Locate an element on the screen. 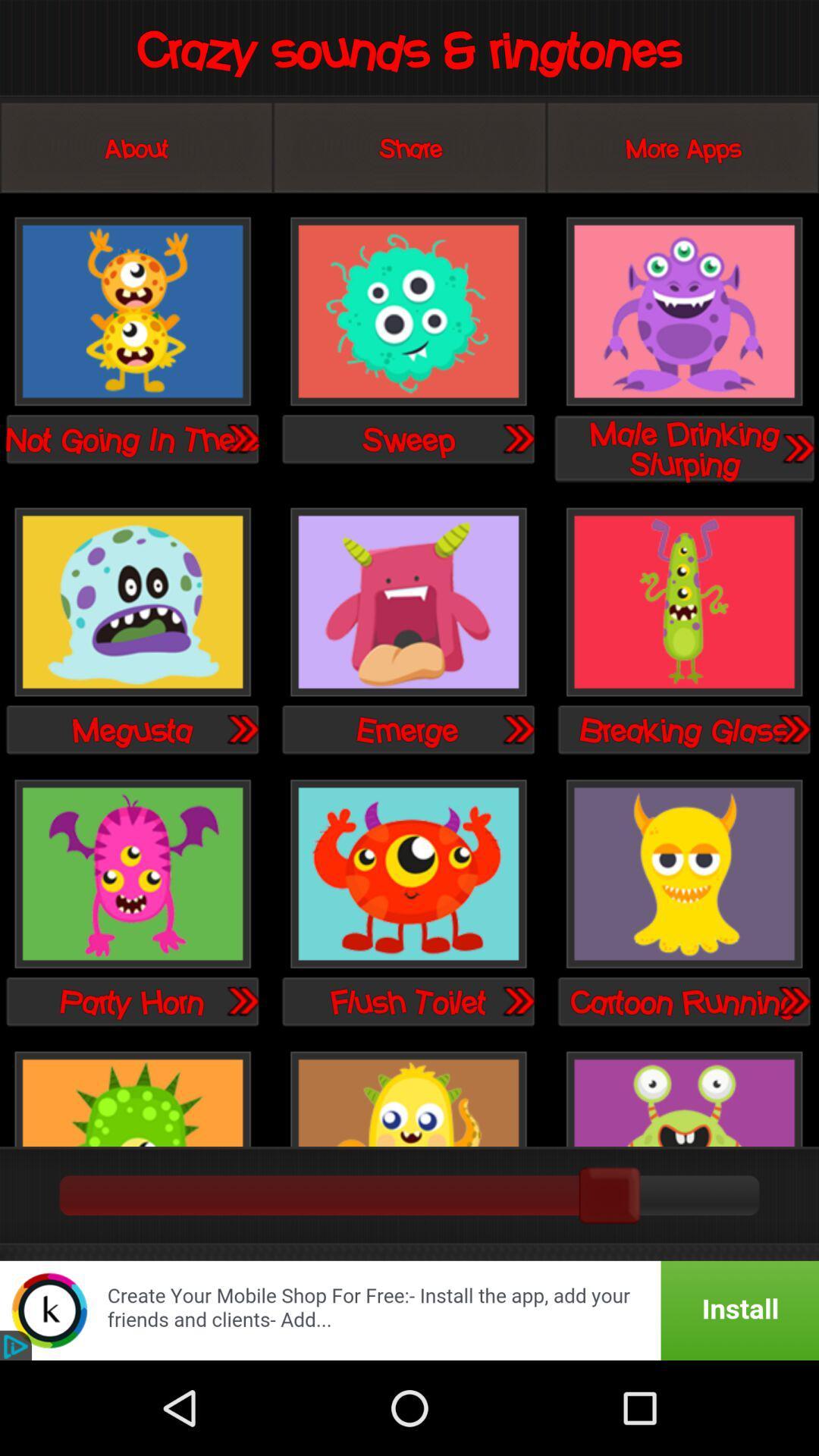 This screenshot has width=819, height=1456. male drinking is located at coordinates (684, 312).